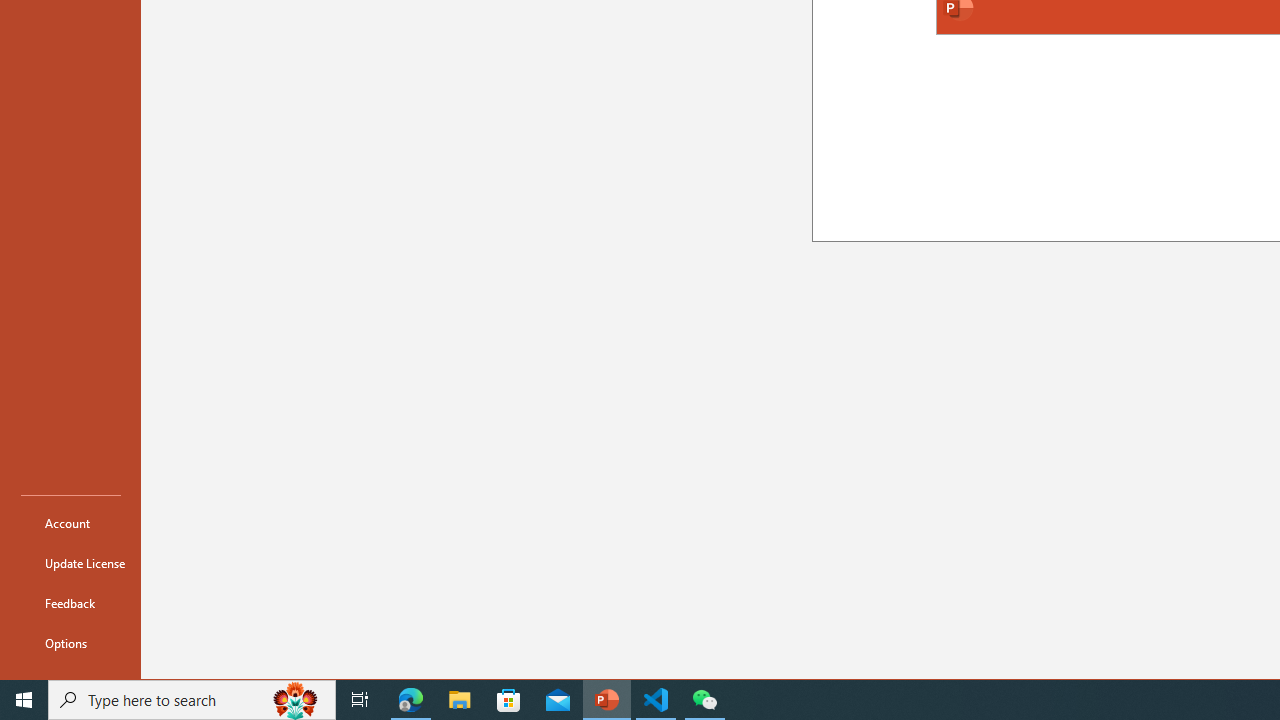 This screenshot has height=720, width=1280. I want to click on 'Account', so click(71, 522).